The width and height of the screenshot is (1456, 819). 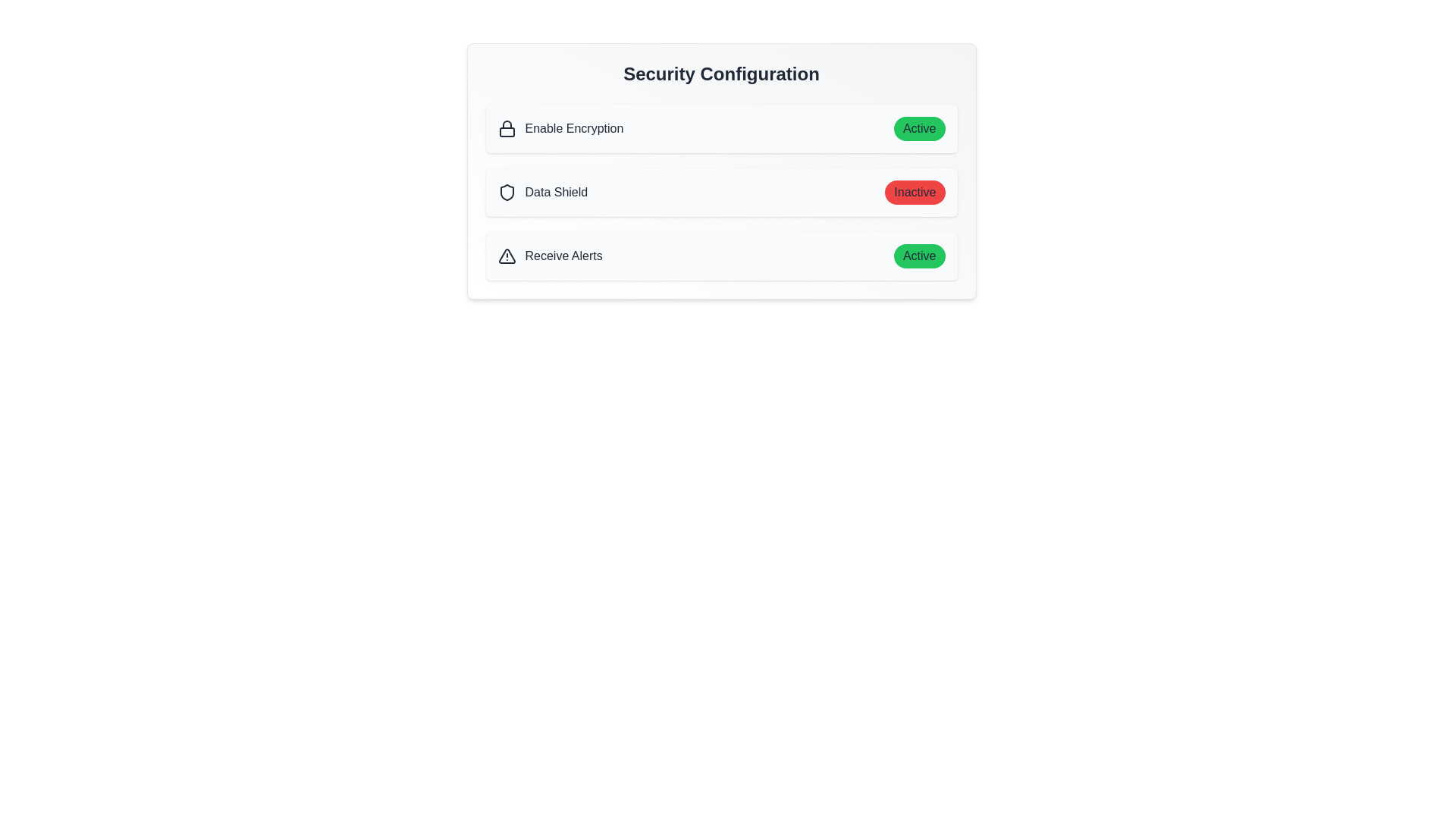 What do you see at coordinates (507, 192) in the screenshot?
I see `the dark-colored shield-shaped icon located to the left of the 'Data Shield' label in the 'Security Configuration' module, which is part of the graphical markers for the list items` at bounding box center [507, 192].